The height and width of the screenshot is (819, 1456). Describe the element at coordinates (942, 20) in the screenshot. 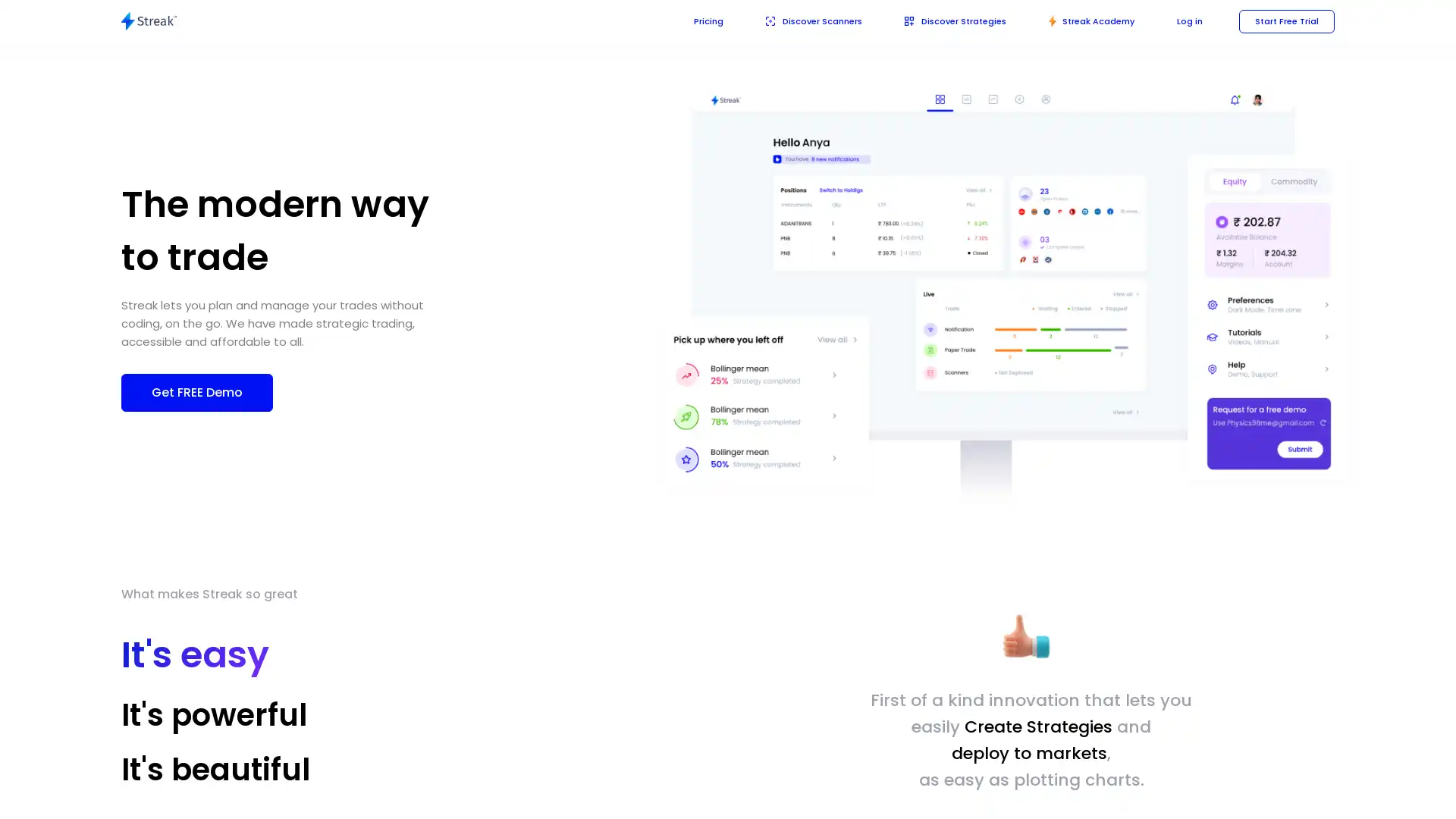

I see `Discover Strategies` at that location.